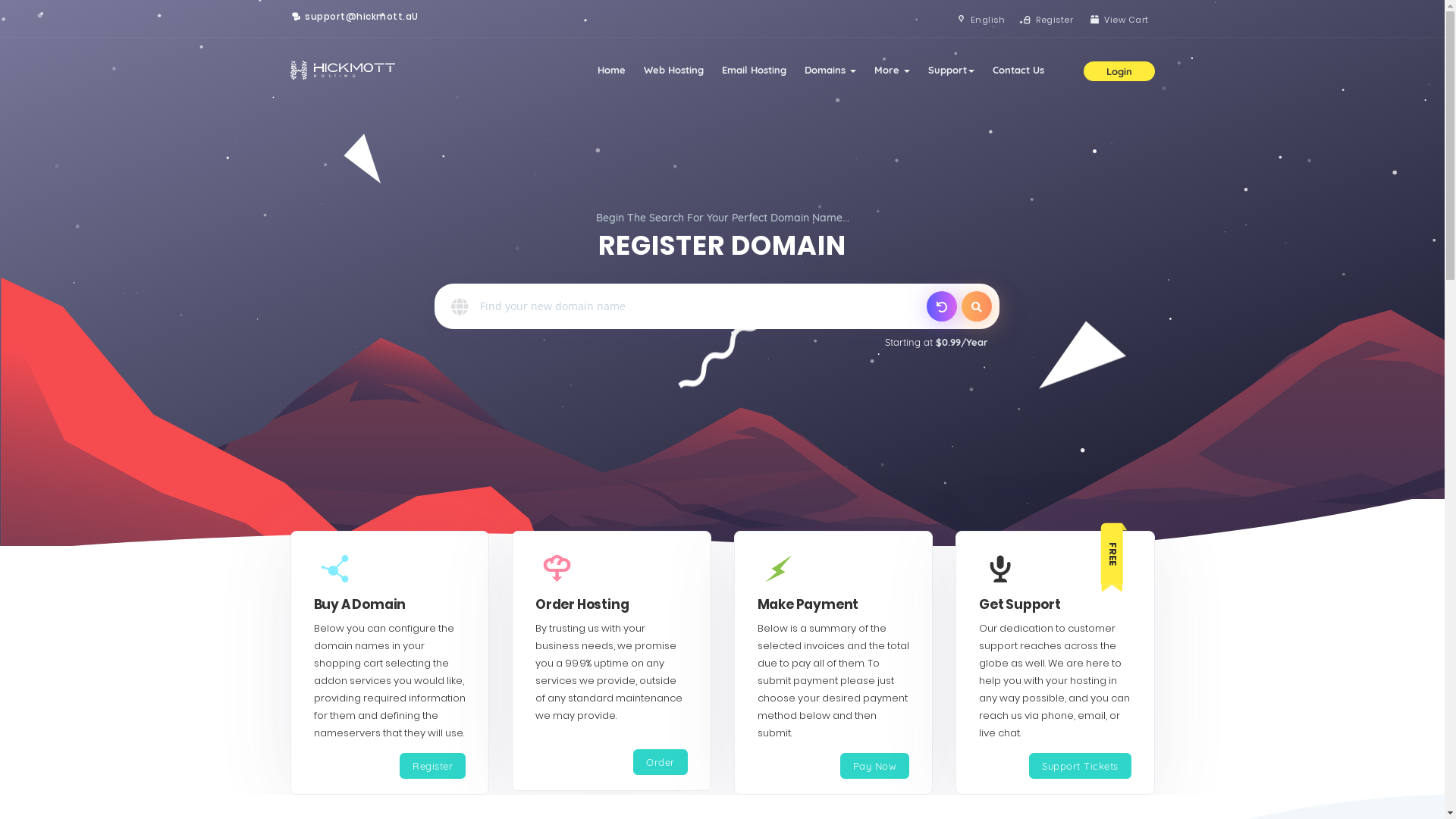 This screenshot has height=819, width=1456. Describe the element at coordinates (1018, 70) in the screenshot. I see `'Contact Us'` at that location.